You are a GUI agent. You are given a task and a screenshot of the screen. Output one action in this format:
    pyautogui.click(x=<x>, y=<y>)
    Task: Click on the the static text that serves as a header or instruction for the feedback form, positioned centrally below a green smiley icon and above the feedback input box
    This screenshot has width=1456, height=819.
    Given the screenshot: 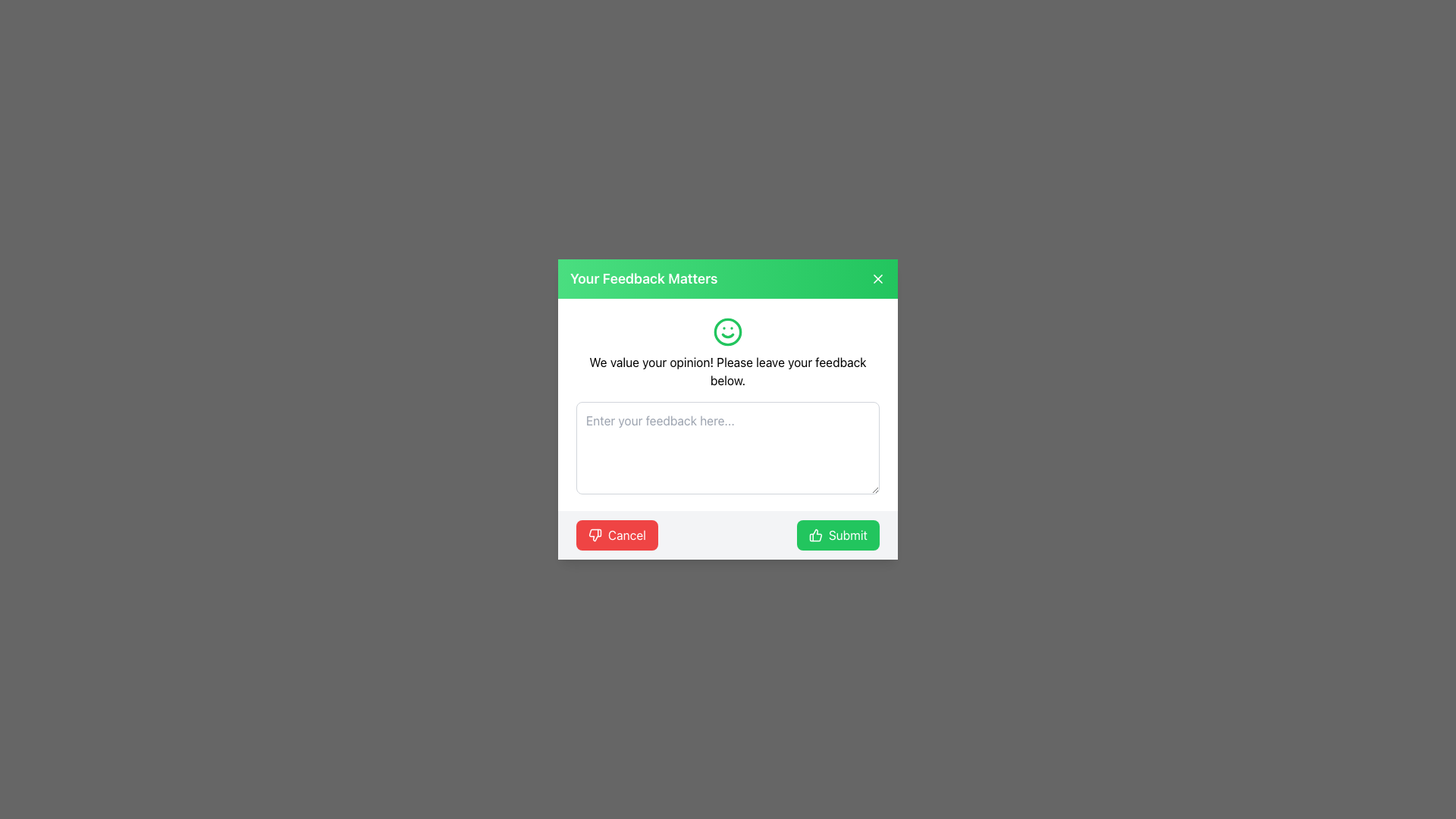 What is the action you would take?
    pyautogui.click(x=728, y=371)
    